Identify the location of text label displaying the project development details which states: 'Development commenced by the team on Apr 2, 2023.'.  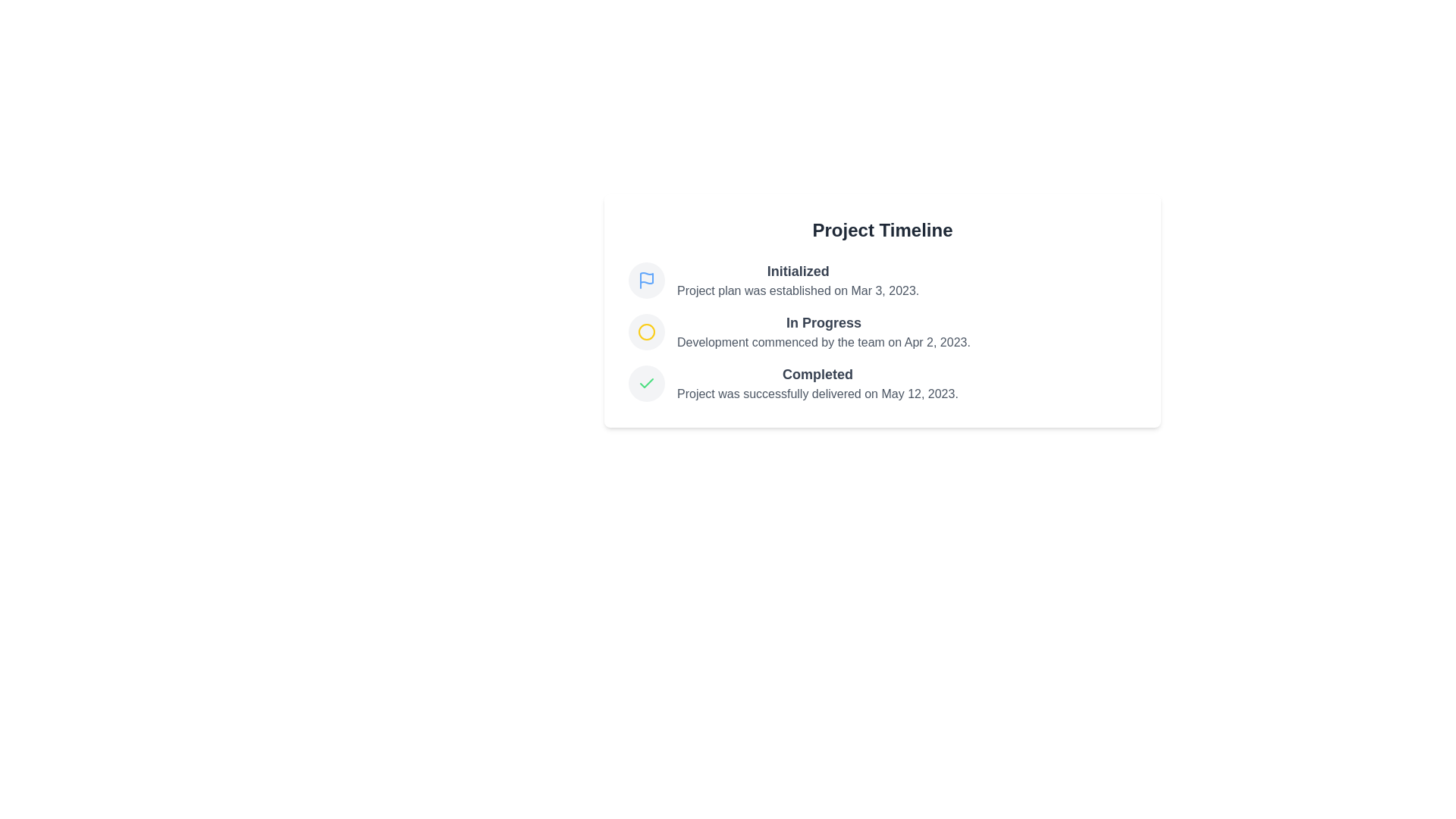
(823, 342).